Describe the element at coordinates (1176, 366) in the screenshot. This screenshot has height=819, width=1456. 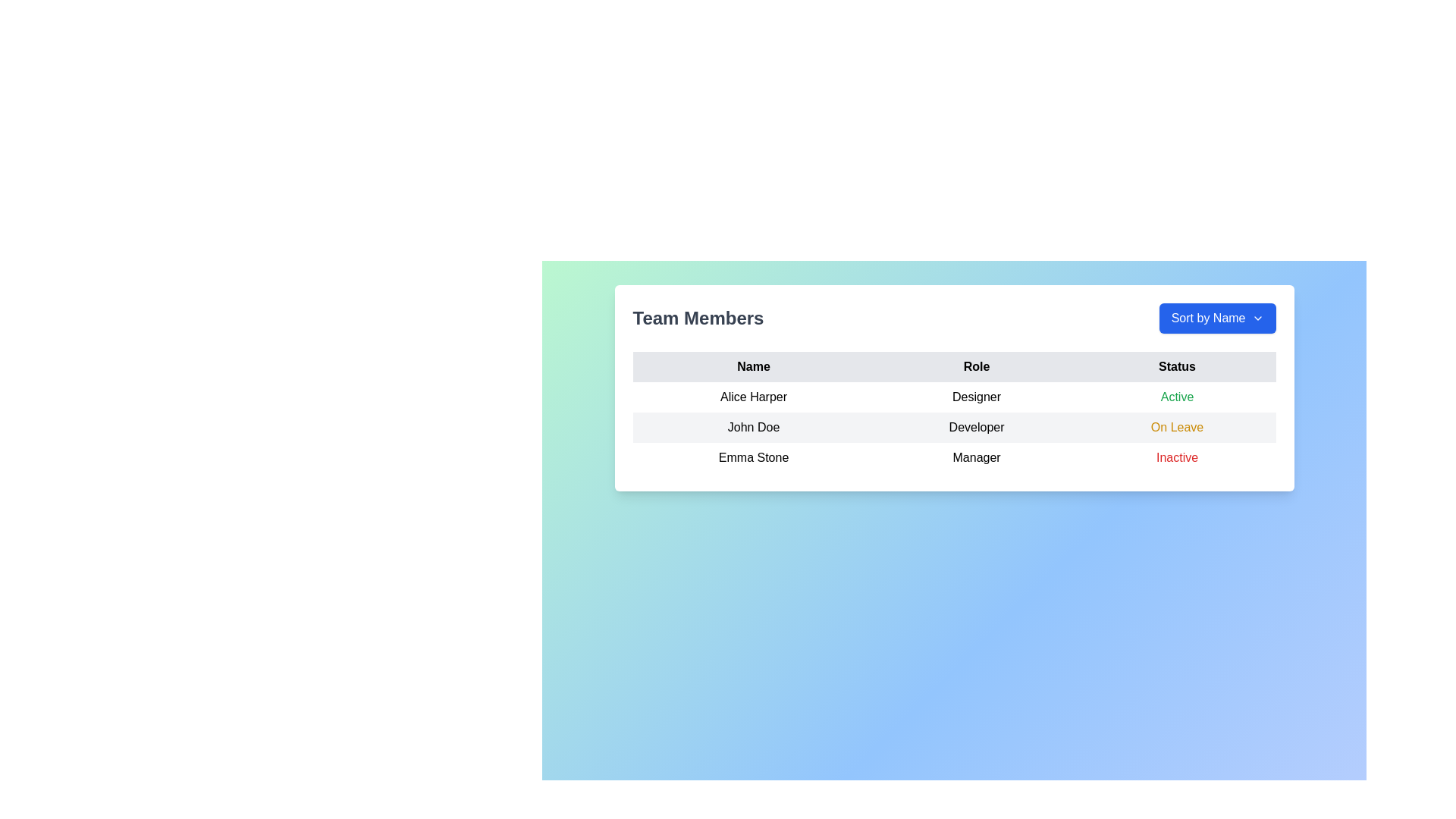
I see `the third Table Header Cell in the header of the table that provides status information for listed entities` at that location.